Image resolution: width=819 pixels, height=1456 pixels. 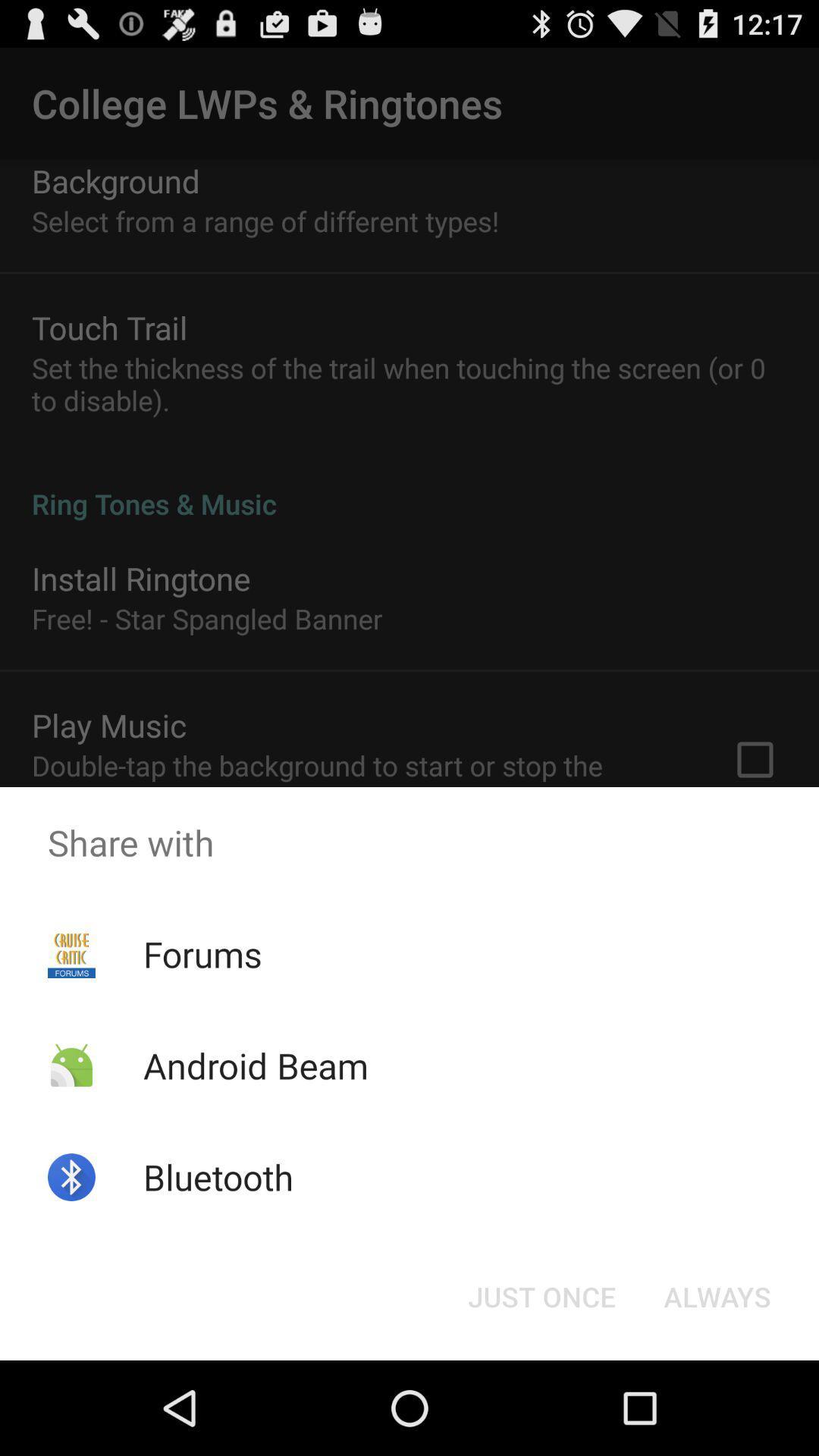 I want to click on the icon below the share with item, so click(x=202, y=953).